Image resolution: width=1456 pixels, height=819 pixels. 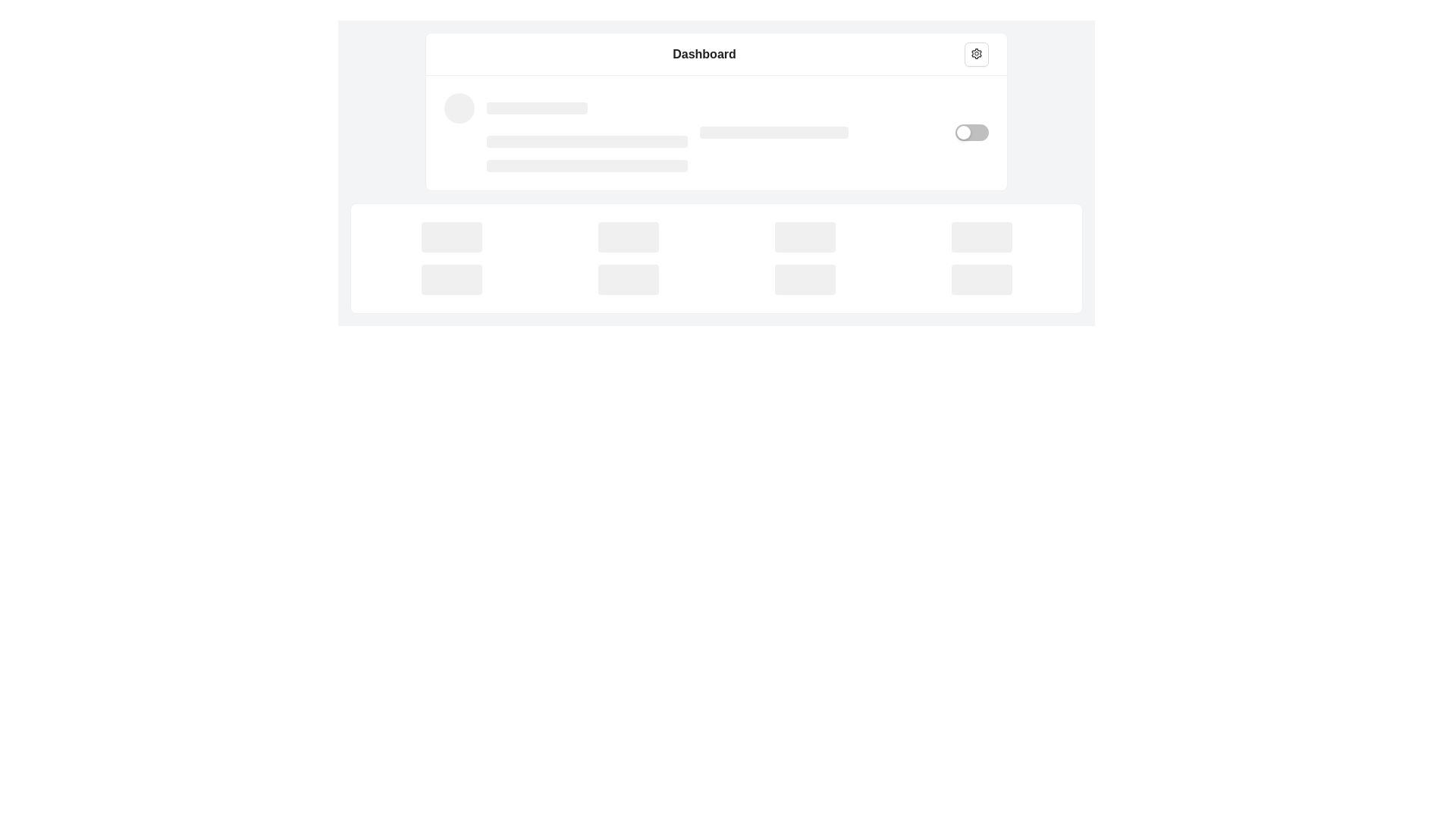 What do you see at coordinates (976, 53) in the screenshot?
I see `the gear-shaped icon button in the top-right corner of the 'Dashboard' header` at bounding box center [976, 53].